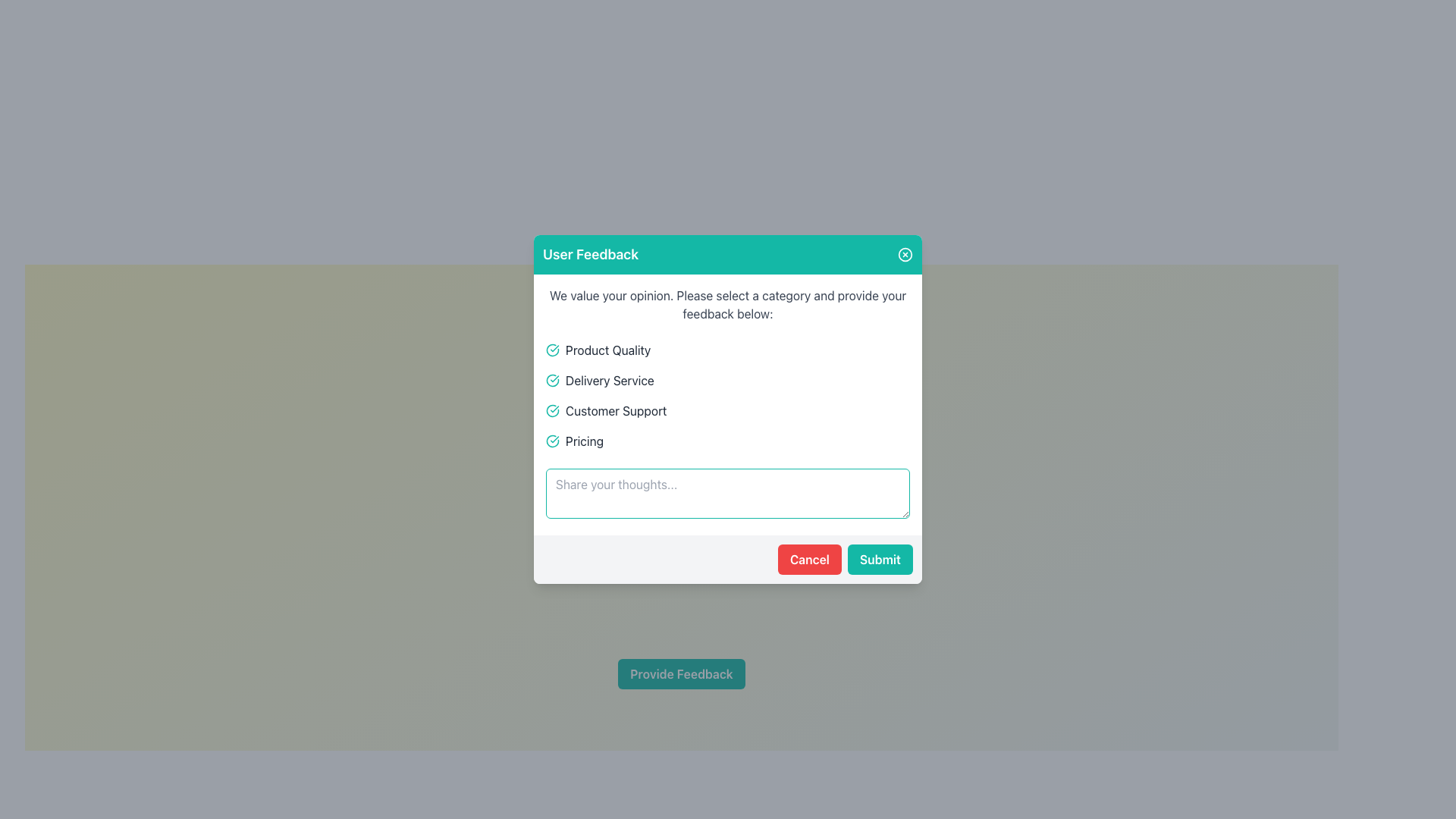  What do you see at coordinates (728, 379) in the screenshot?
I see `the 'Delivery Service' category in the feedback options list` at bounding box center [728, 379].